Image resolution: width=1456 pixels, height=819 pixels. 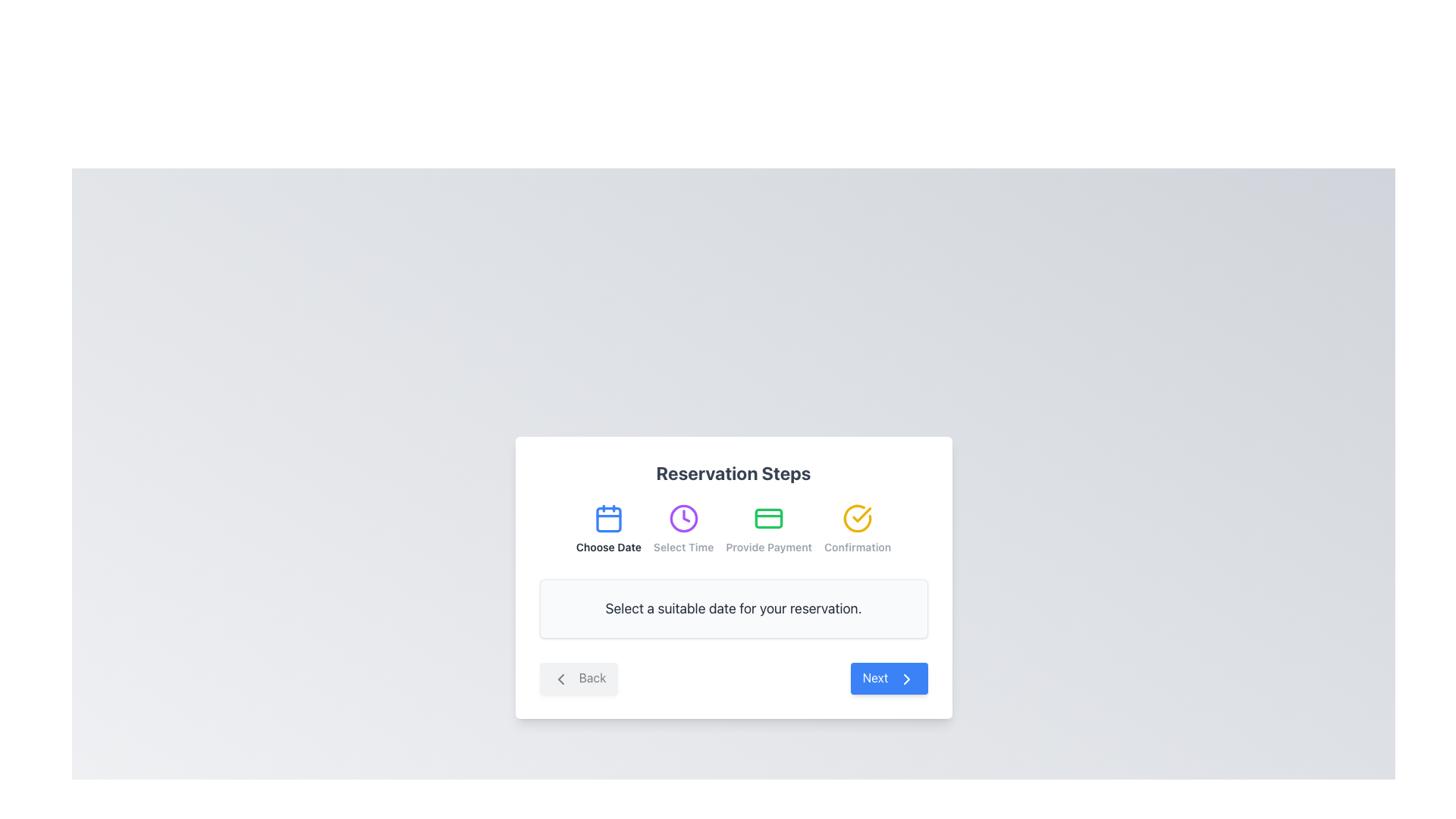 I want to click on the static confirmation icon located to the far-right above the text 'Confirmation', which indicates the successful completion of the process step, so click(x=858, y=518).